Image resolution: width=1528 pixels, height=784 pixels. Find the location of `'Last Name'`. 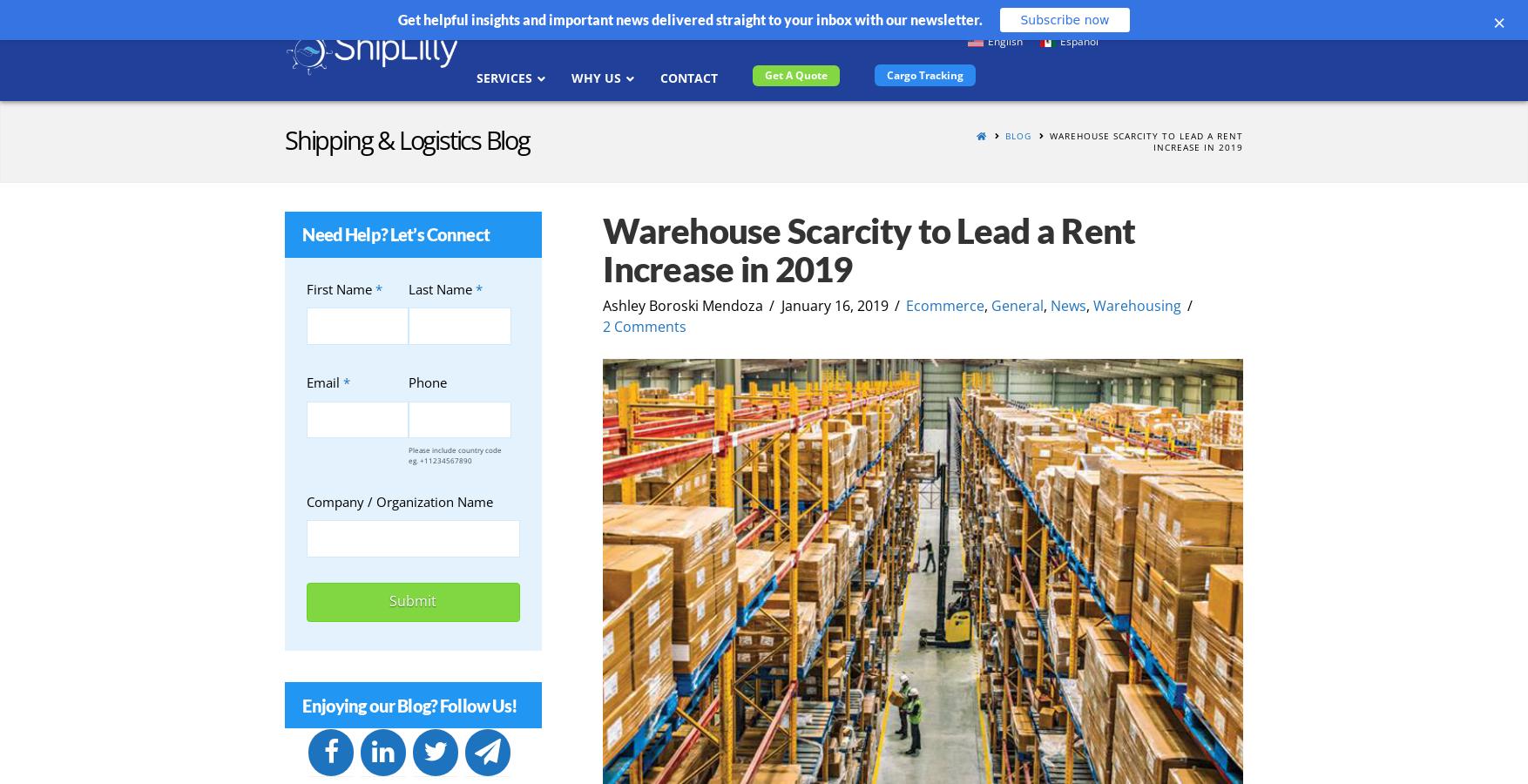

'Last Name' is located at coordinates (439, 287).